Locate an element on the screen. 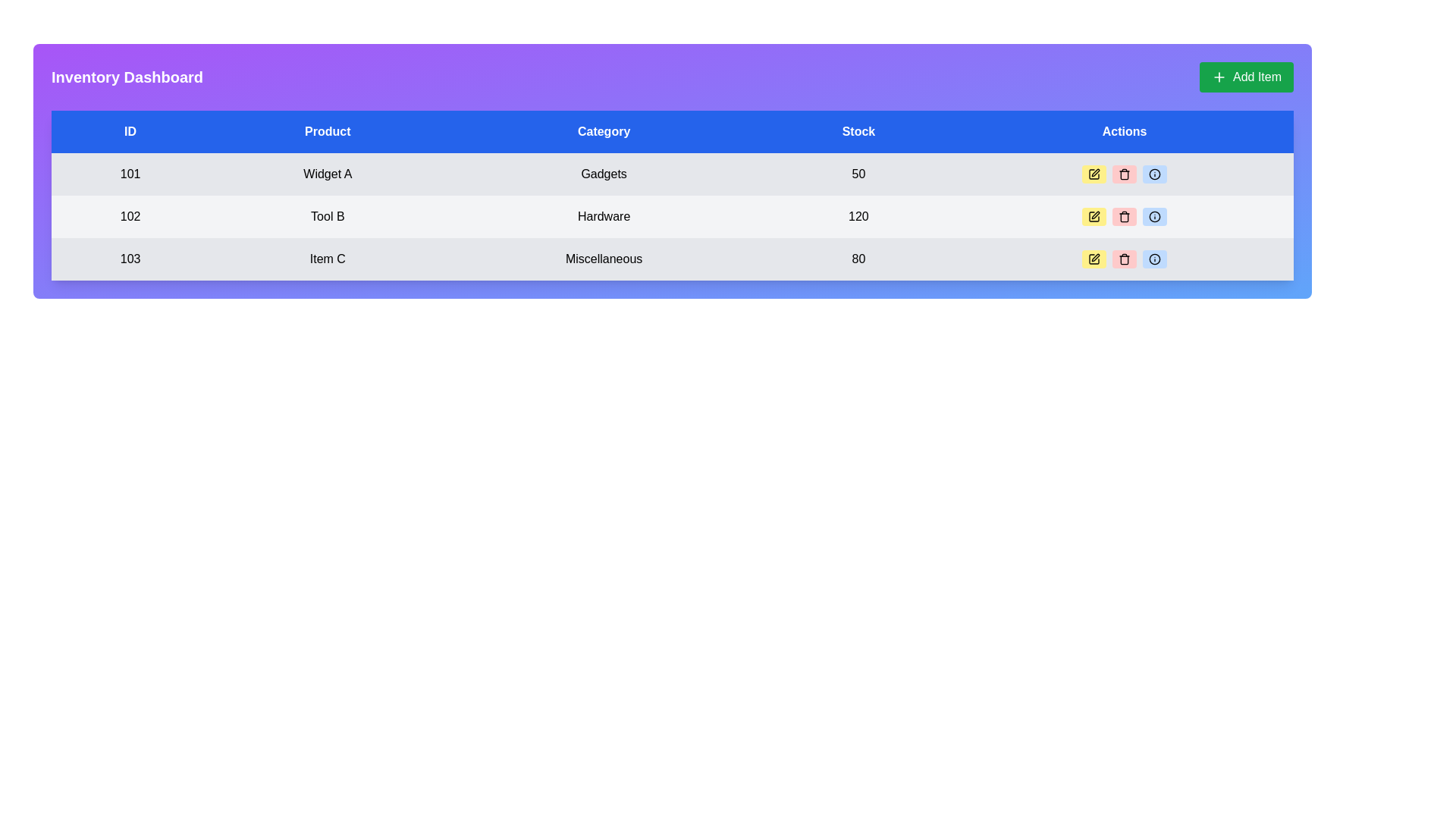  the trash can icon button with a light red background in the 'Actions' column of the third row is located at coordinates (1125, 174).